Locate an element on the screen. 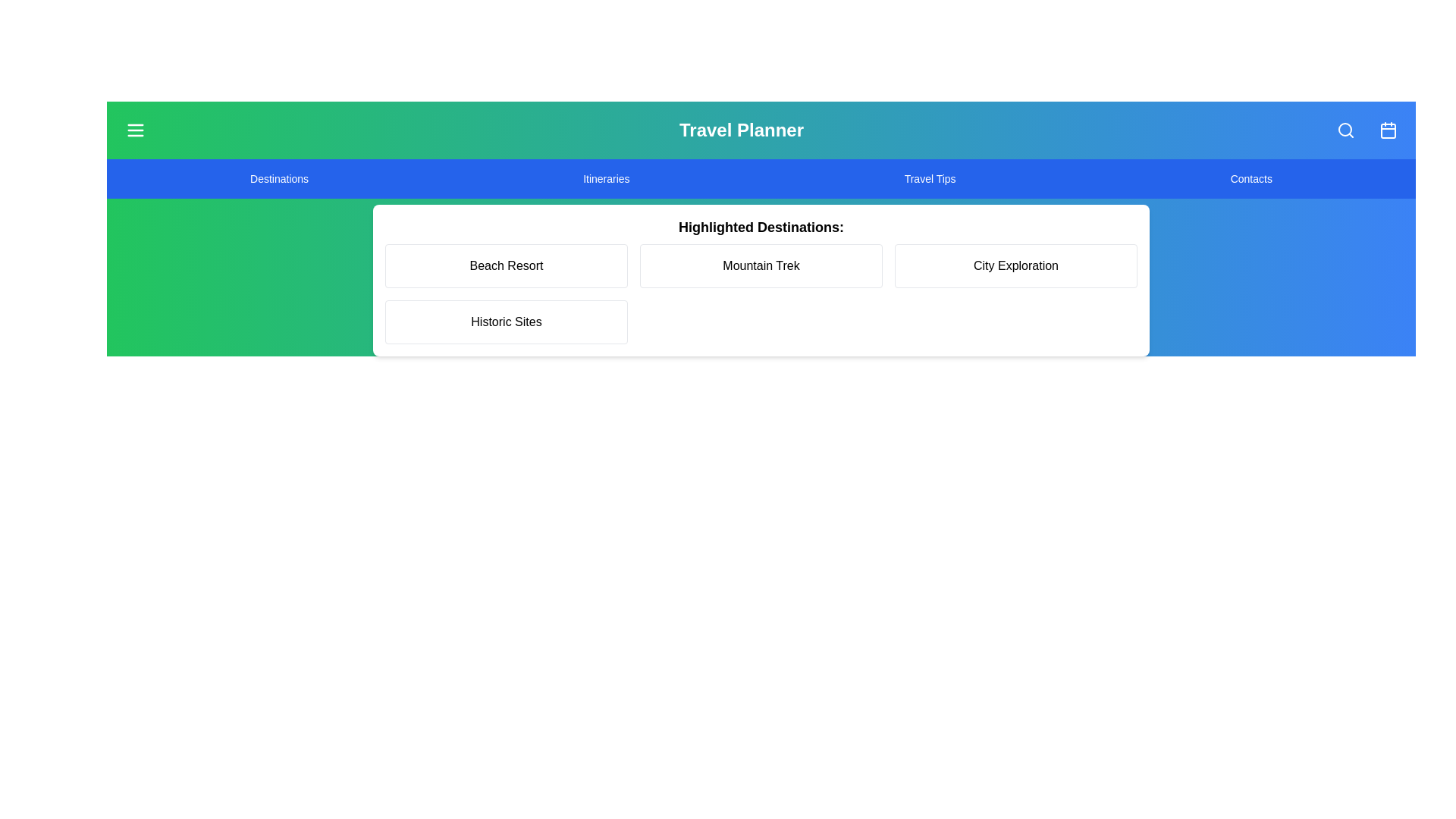 Image resolution: width=1456 pixels, height=819 pixels. the menu item Travel Tips to navigate to the corresponding section is located at coordinates (929, 177).